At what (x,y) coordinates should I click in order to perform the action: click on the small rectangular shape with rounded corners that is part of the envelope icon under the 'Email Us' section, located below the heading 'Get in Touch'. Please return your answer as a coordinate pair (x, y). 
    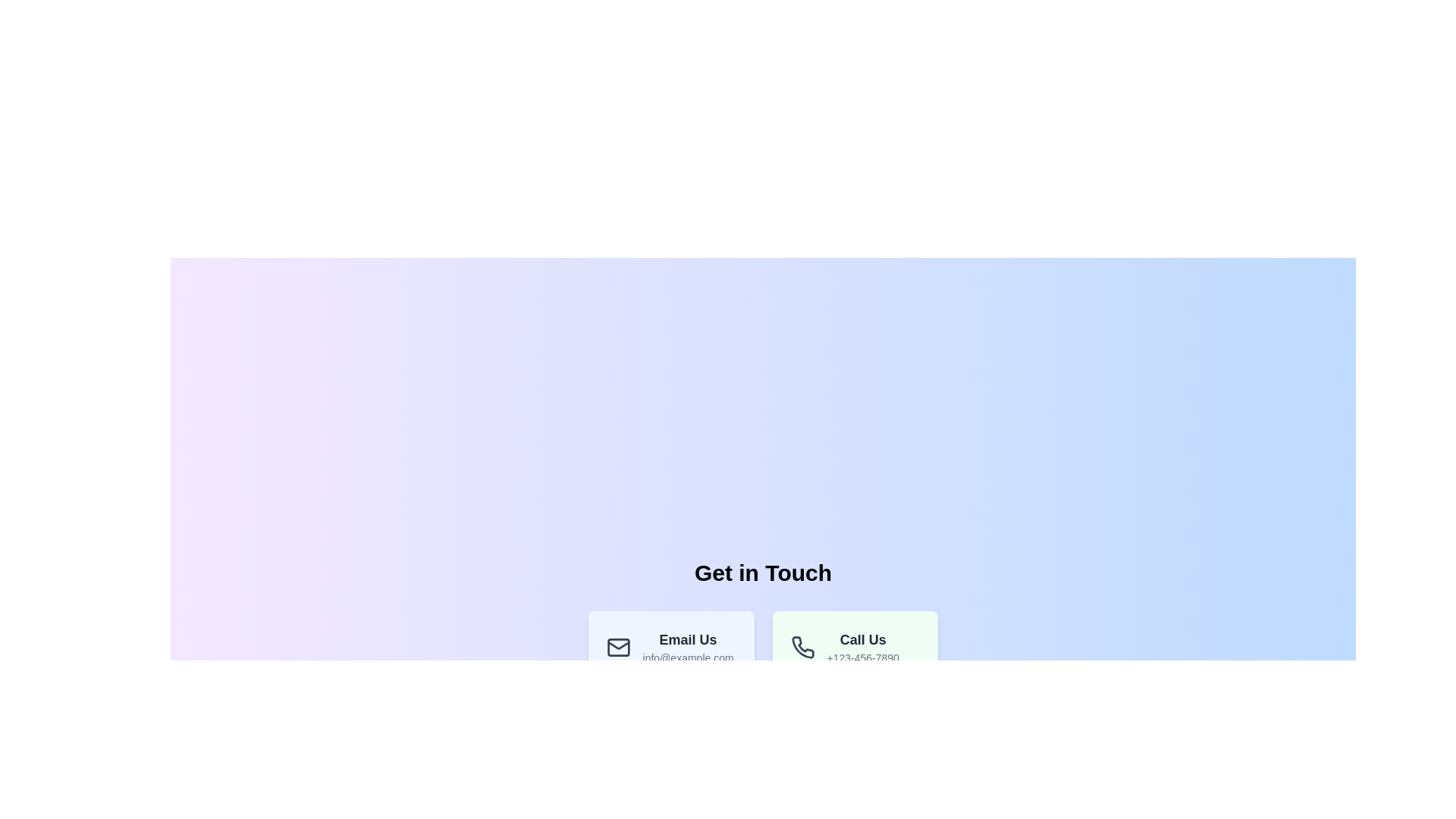
    Looking at the image, I should click on (618, 647).